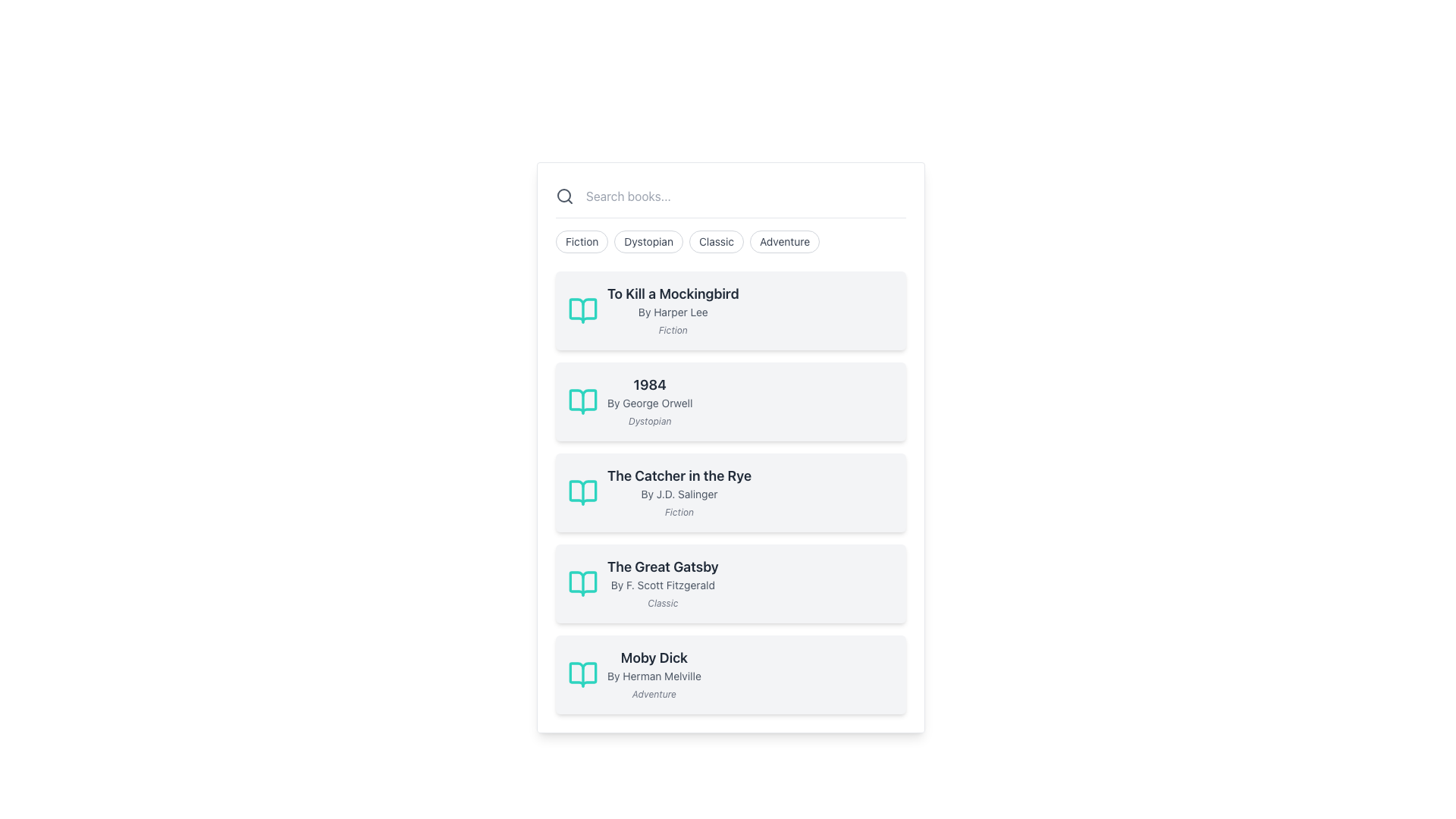 Image resolution: width=1456 pixels, height=819 pixels. Describe the element at coordinates (785, 241) in the screenshot. I see `the toggleable filter button for the 'Adventure' category located under the search bar` at that location.